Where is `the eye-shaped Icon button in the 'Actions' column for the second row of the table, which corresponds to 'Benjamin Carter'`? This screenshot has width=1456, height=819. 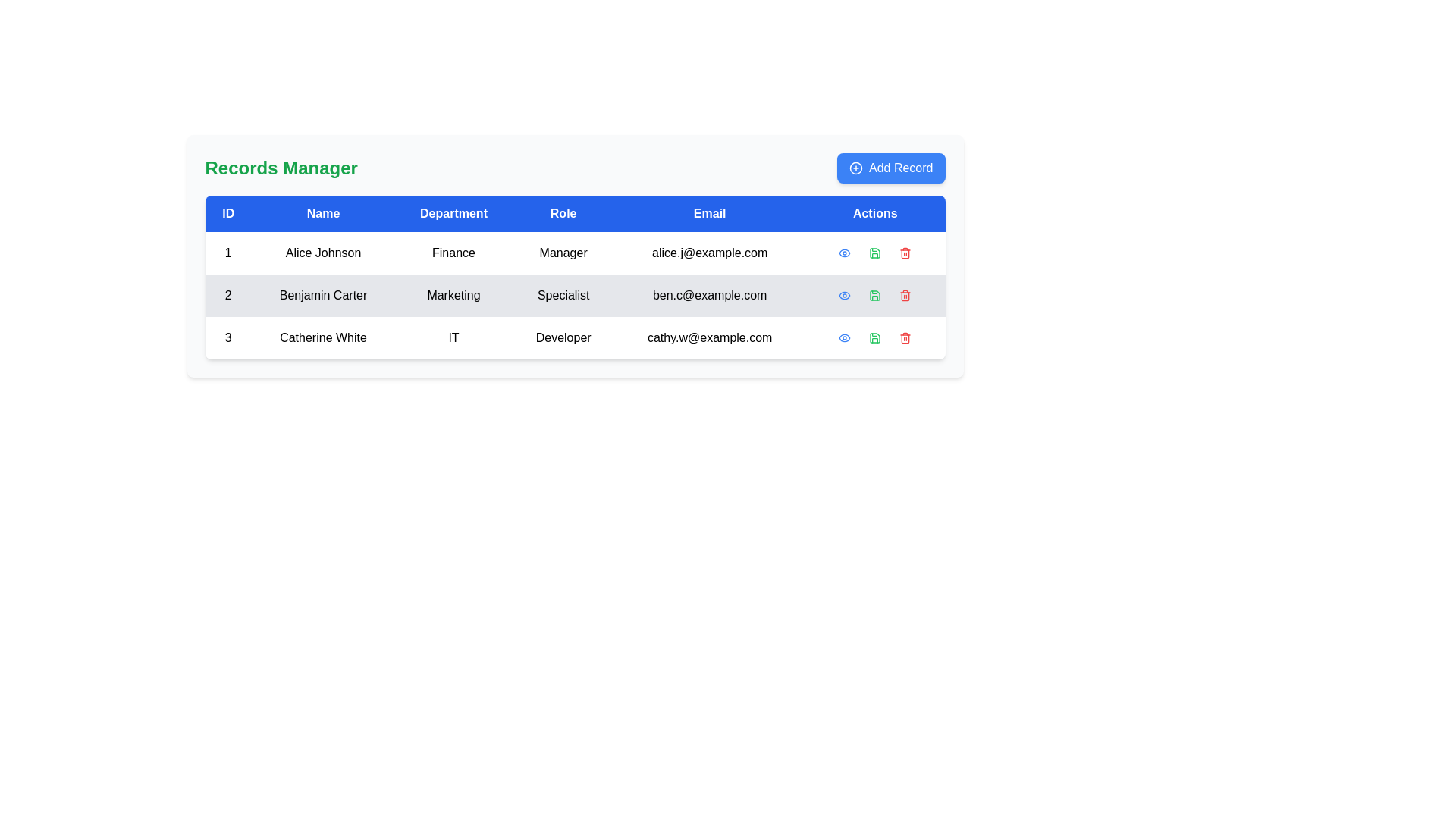 the eye-shaped Icon button in the 'Actions' column for the second row of the table, which corresponds to 'Benjamin Carter' is located at coordinates (843, 295).